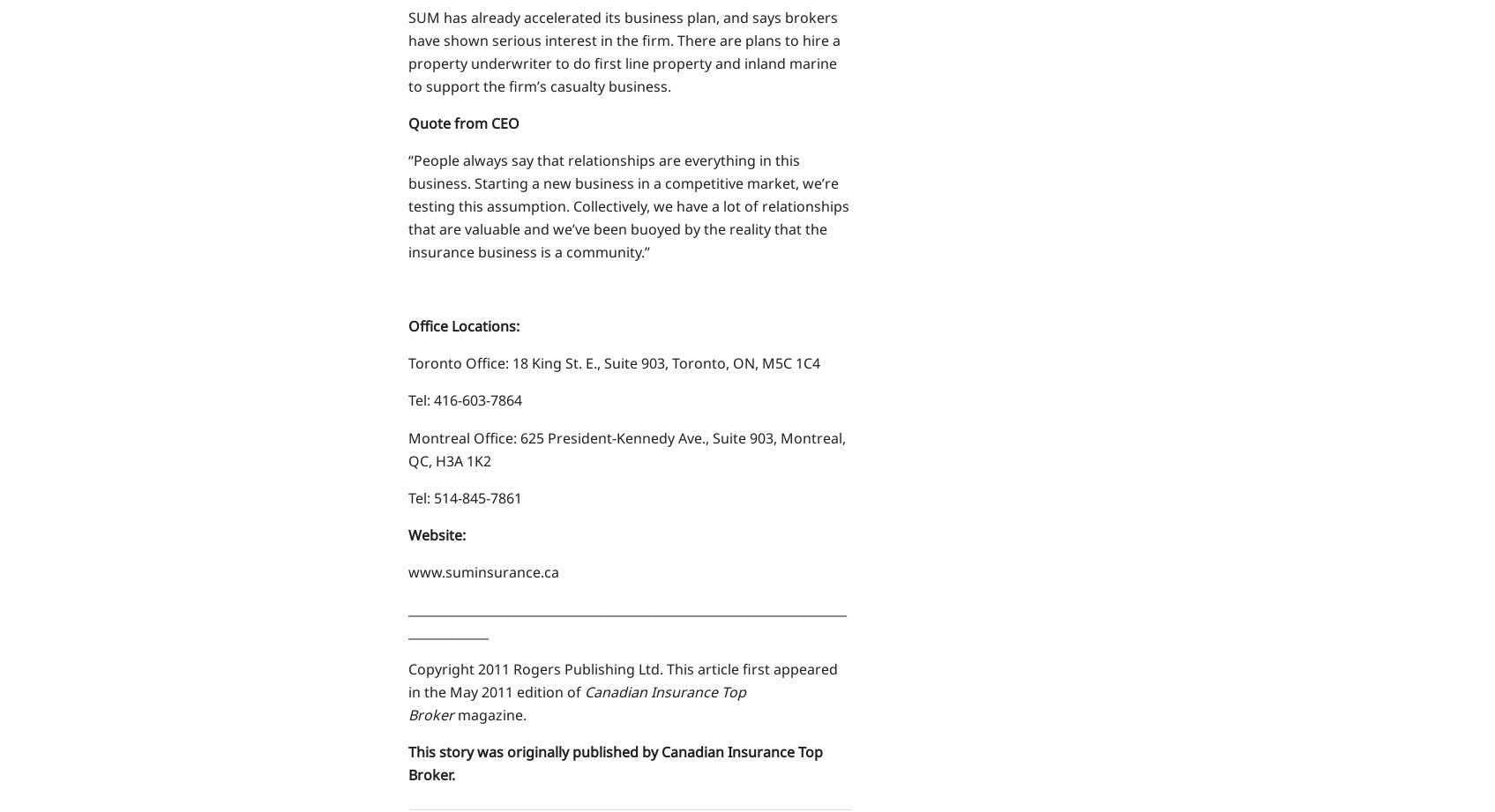  What do you see at coordinates (407, 362) in the screenshot?
I see `'Toronto Office: 18 King St. E., Suite 903, Toronto, ON, M5C 1C4'` at bounding box center [407, 362].